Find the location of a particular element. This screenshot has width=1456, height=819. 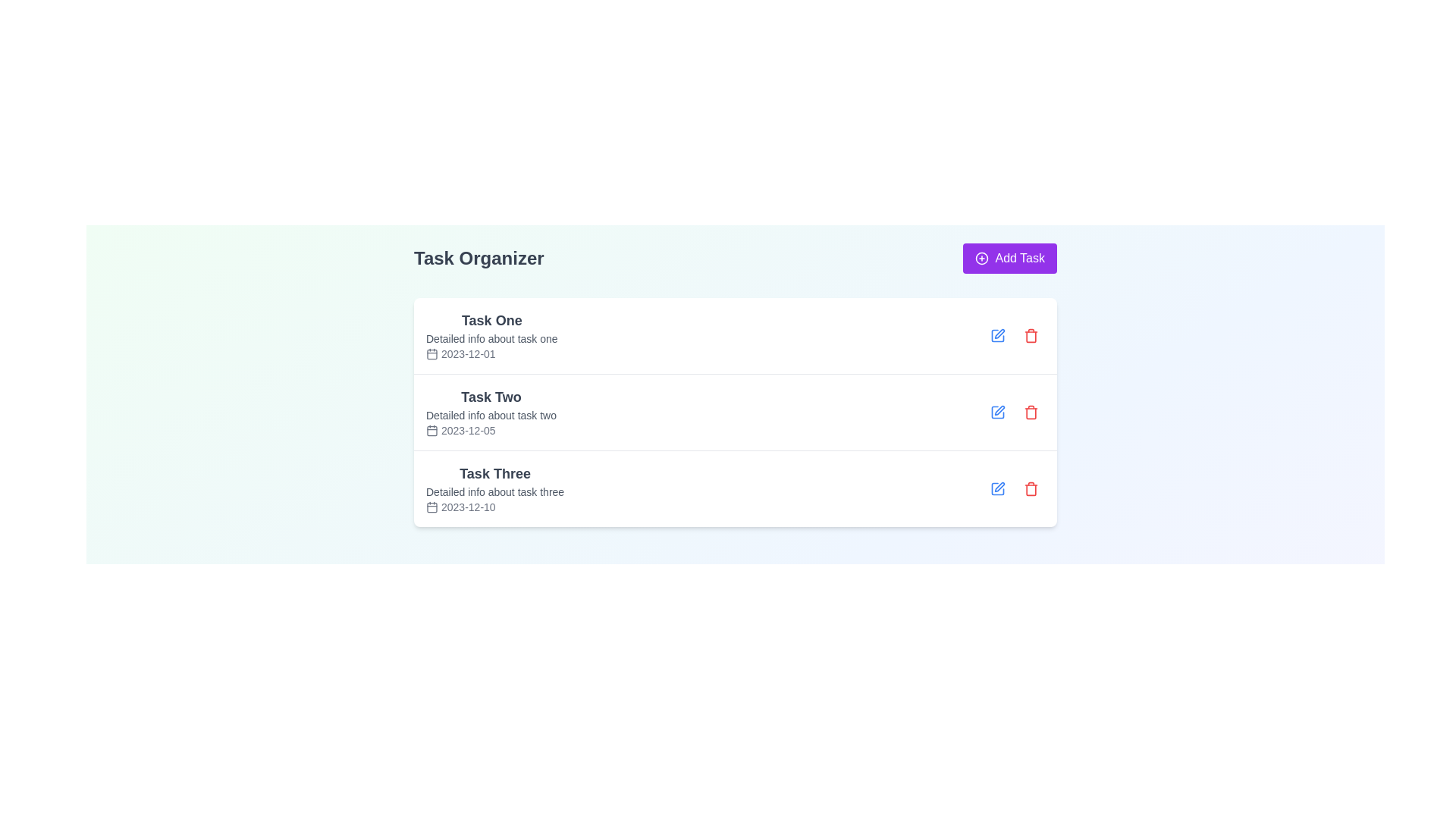

the Icon button located at the bottom right corner of the third task card is located at coordinates (997, 488).